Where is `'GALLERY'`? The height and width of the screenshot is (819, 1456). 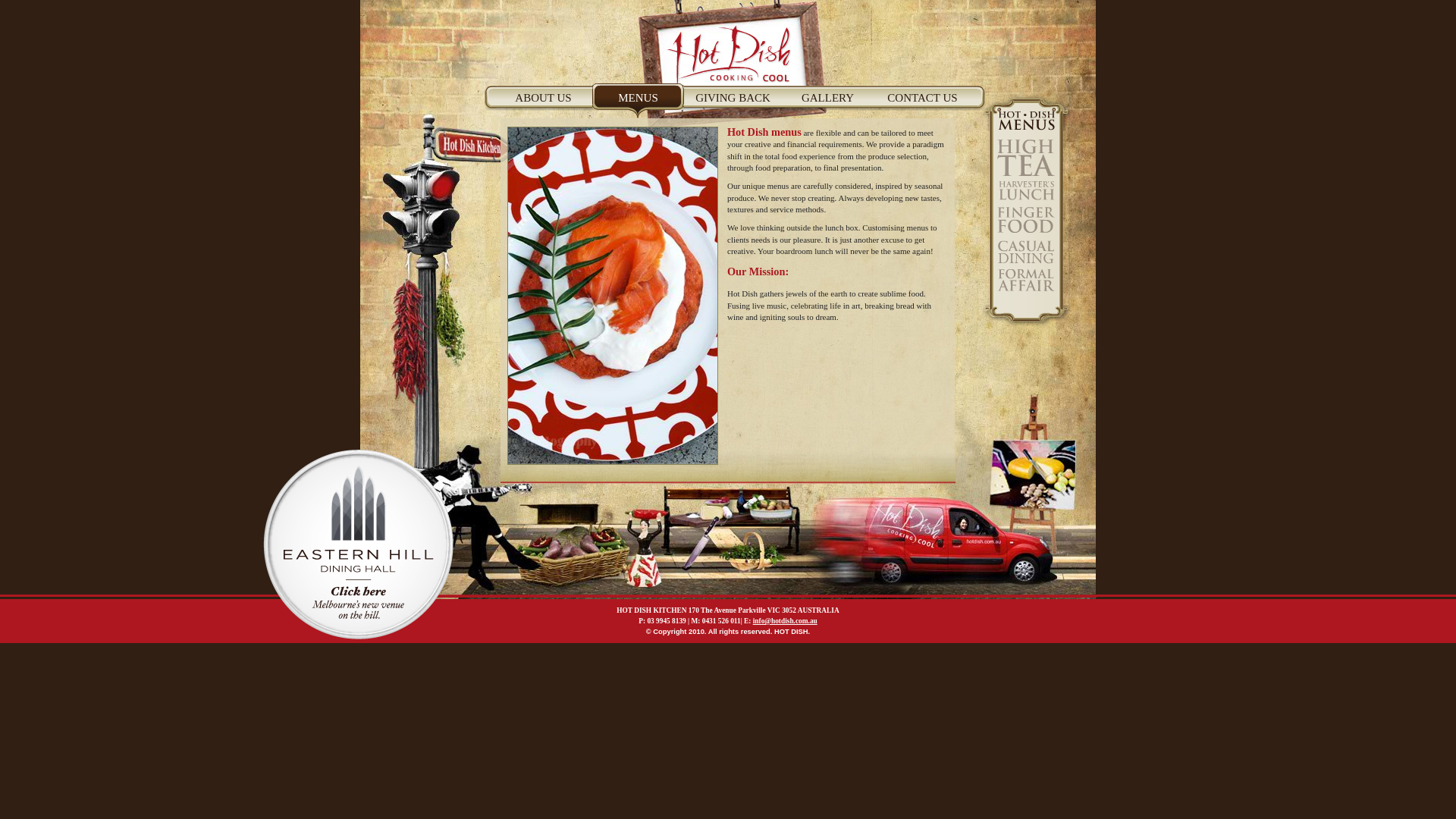 'GALLERY' is located at coordinates (827, 103).